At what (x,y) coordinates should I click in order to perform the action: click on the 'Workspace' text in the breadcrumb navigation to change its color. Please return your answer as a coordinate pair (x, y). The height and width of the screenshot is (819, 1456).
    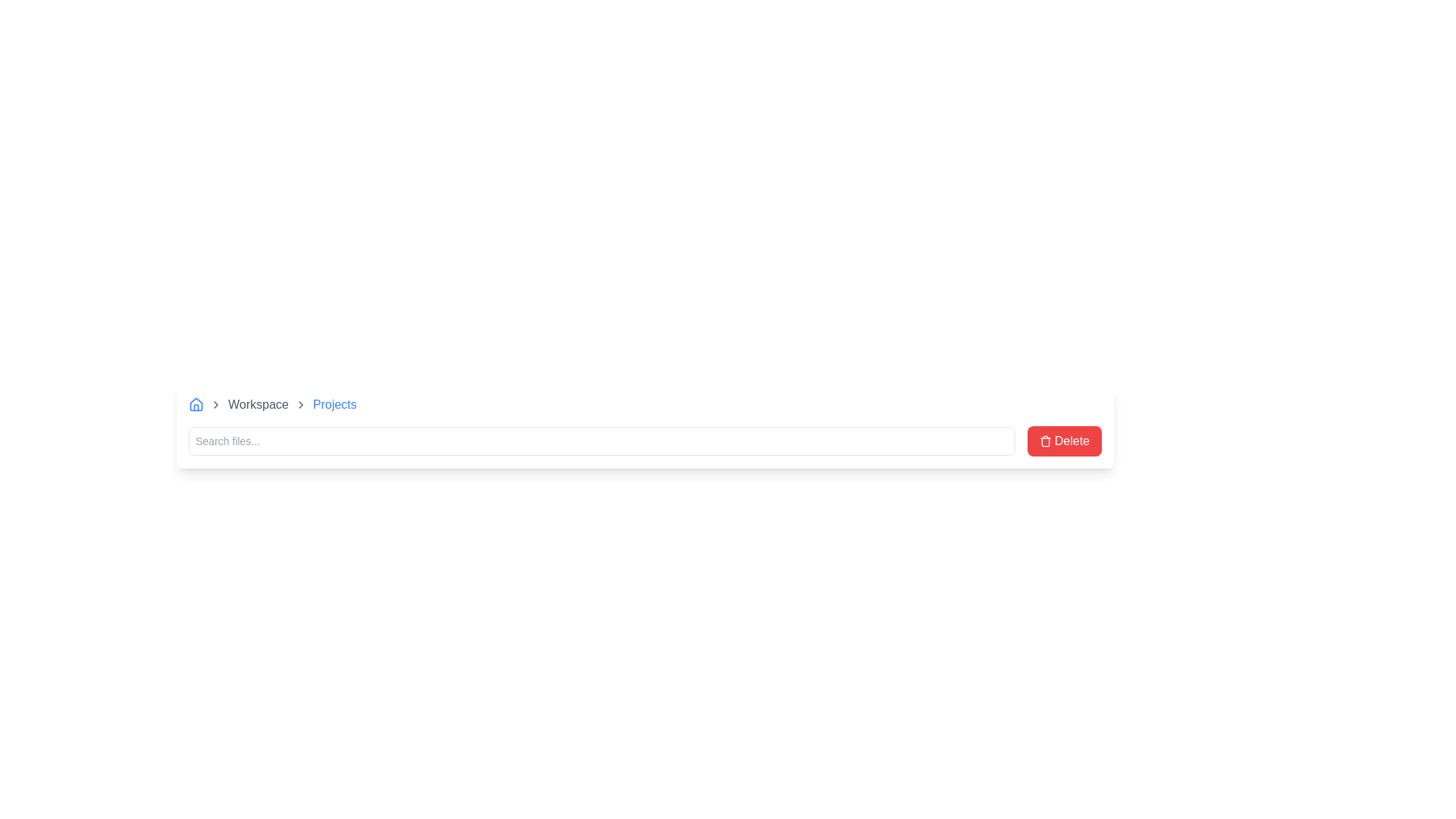
    Looking at the image, I should click on (258, 403).